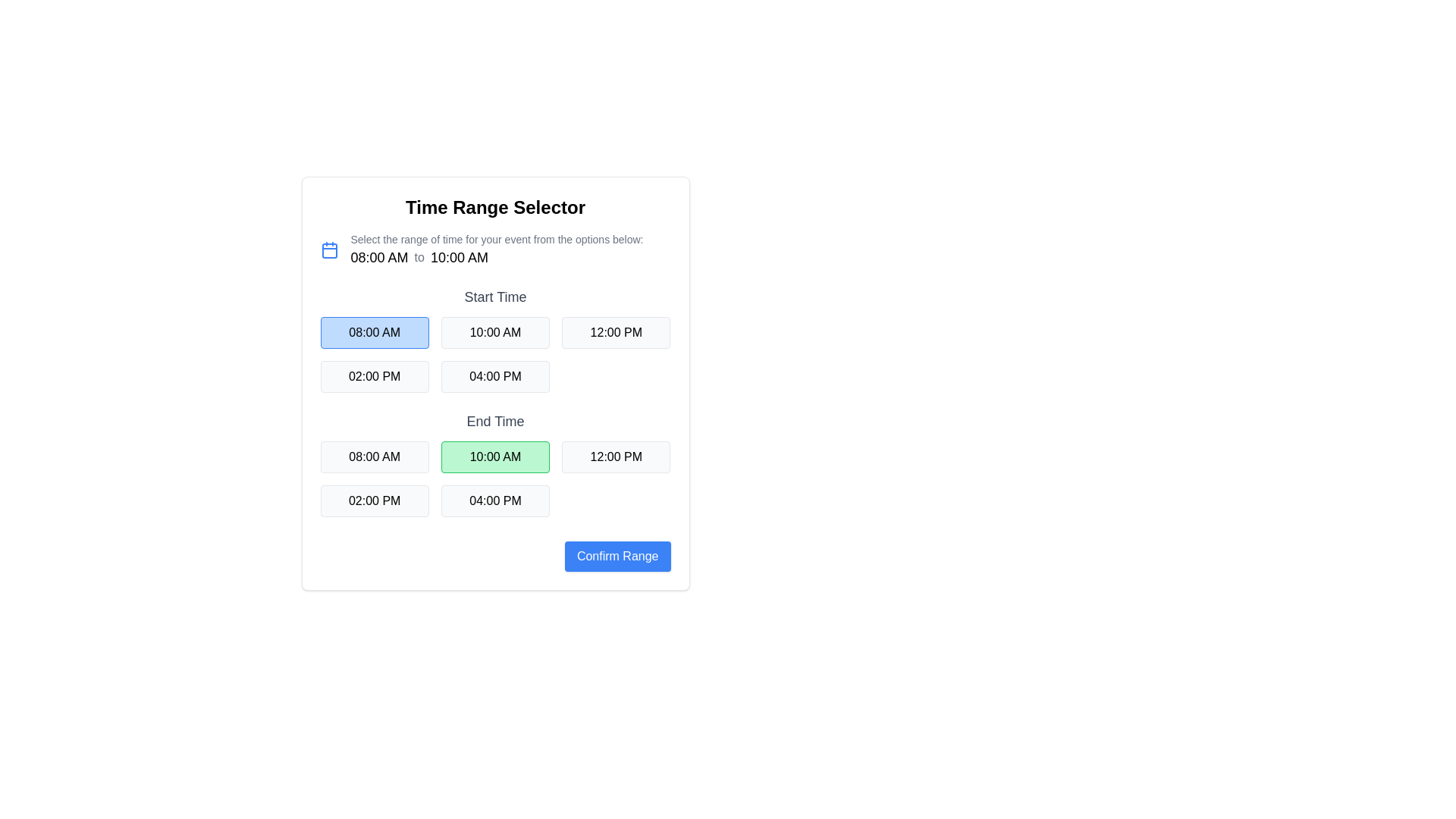 The height and width of the screenshot is (819, 1456). I want to click on the informational static text that instructs users to select a range of time, located below 'Time Range Selector' and above the time-selection fields, so click(497, 239).